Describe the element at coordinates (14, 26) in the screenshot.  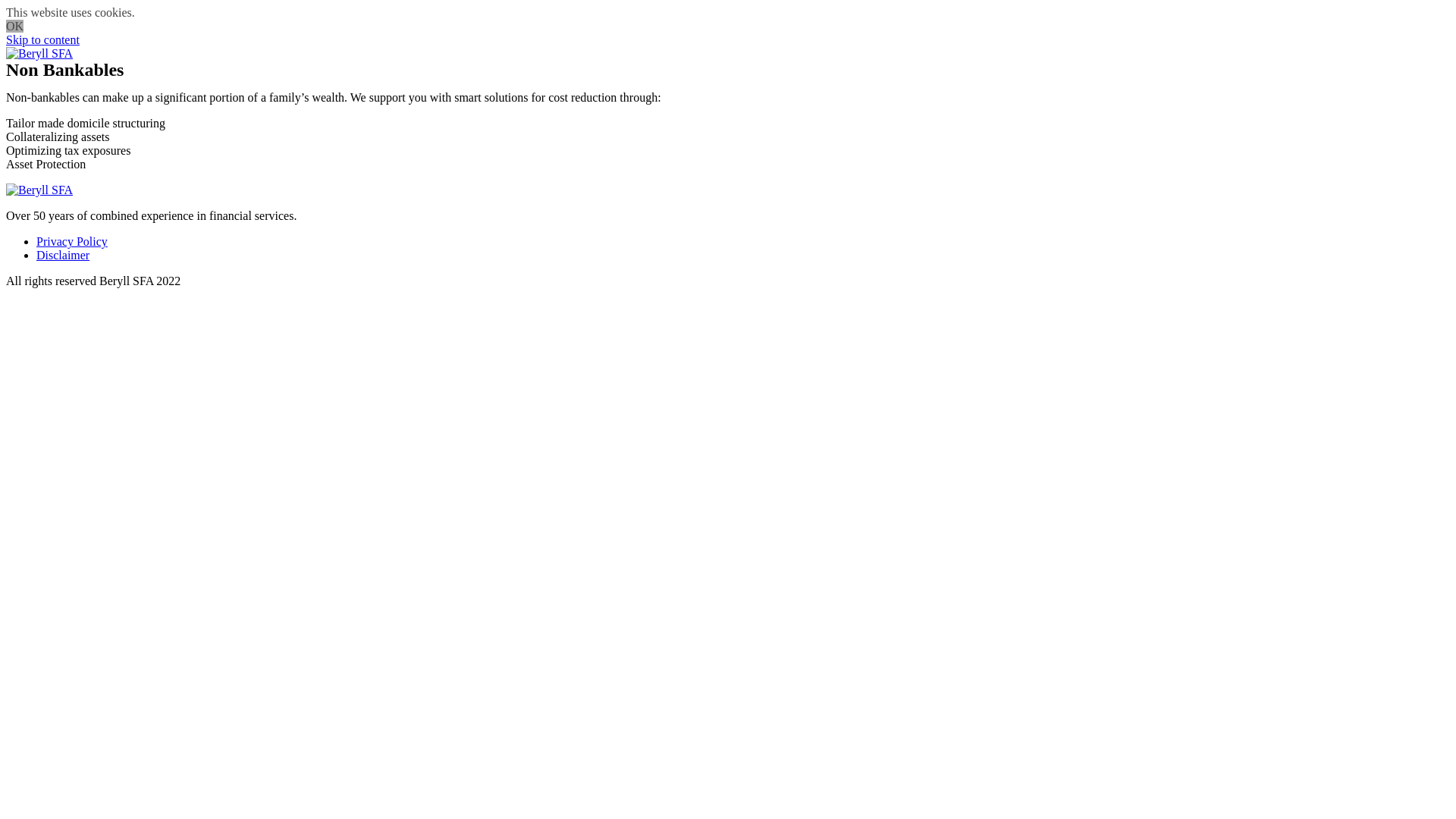
I see `'OK'` at that location.